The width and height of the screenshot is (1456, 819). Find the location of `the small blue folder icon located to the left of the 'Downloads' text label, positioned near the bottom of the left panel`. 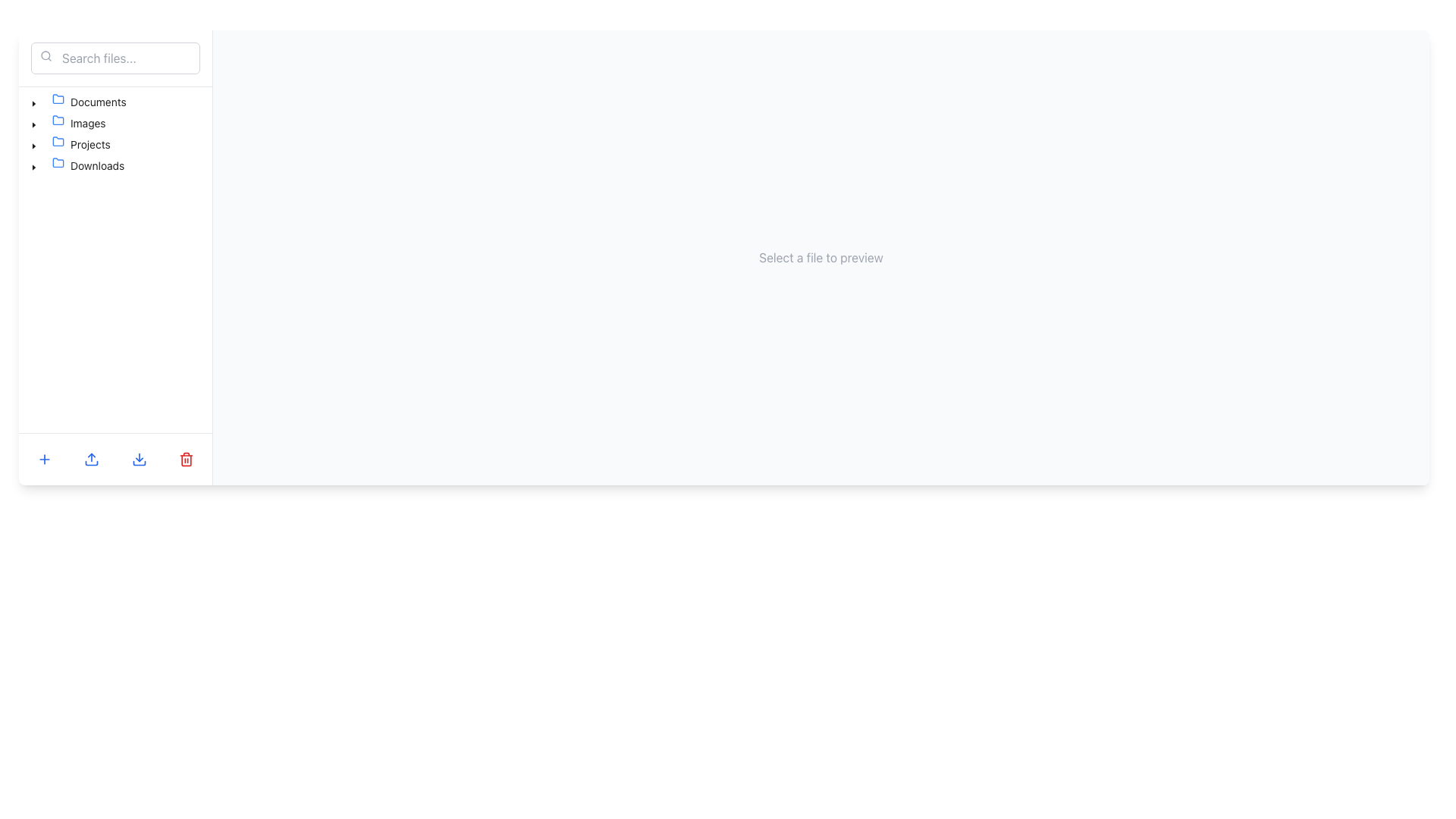

the small blue folder icon located to the left of the 'Downloads' text label, positioned near the bottom of the left panel is located at coordinates (61, 166).